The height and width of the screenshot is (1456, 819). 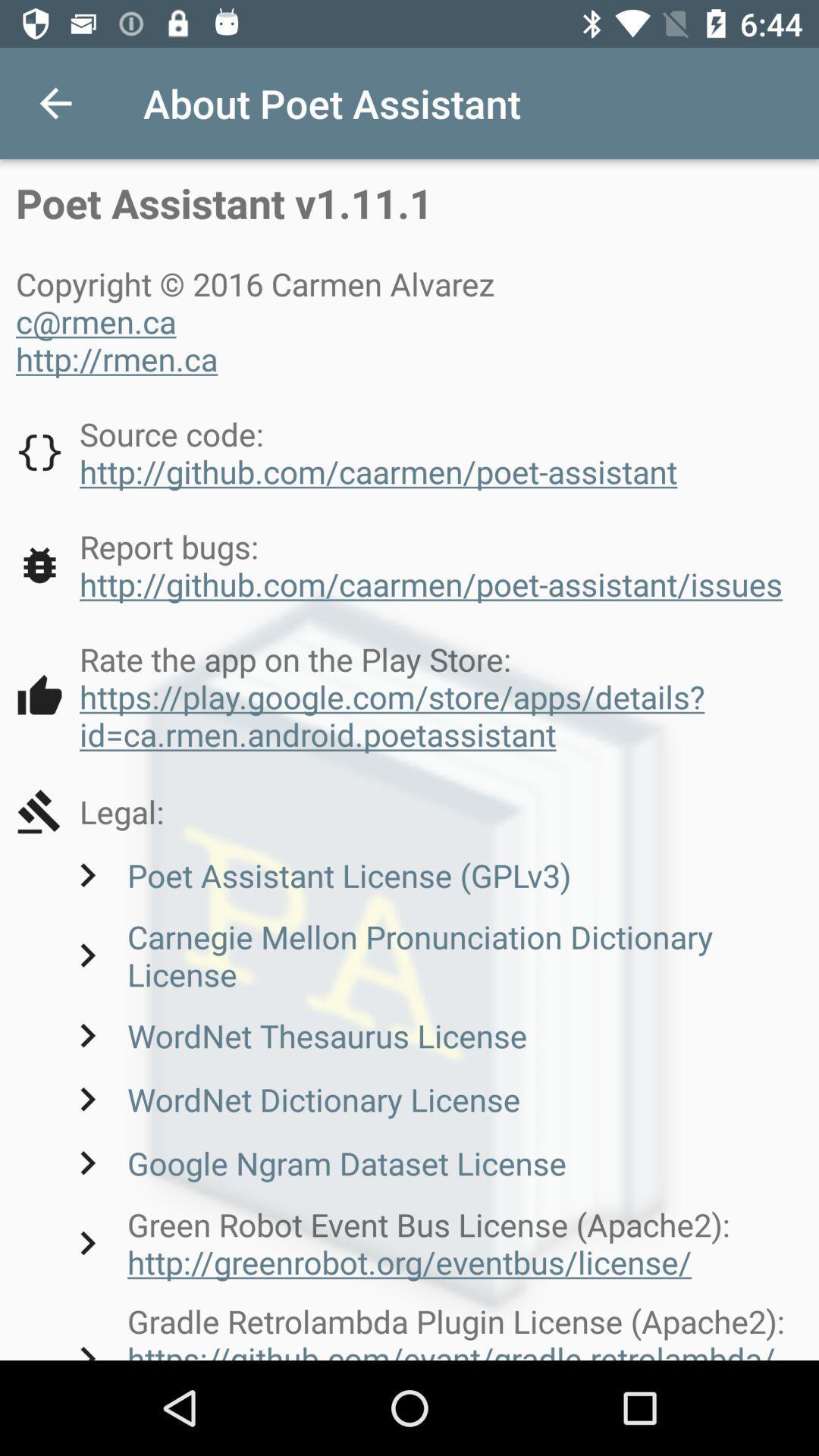 What do you see at coordinates (314, 1162) in the screenshot?
I see `the item below wordnet dictionary license icon` at bounding box center [314, 1162].